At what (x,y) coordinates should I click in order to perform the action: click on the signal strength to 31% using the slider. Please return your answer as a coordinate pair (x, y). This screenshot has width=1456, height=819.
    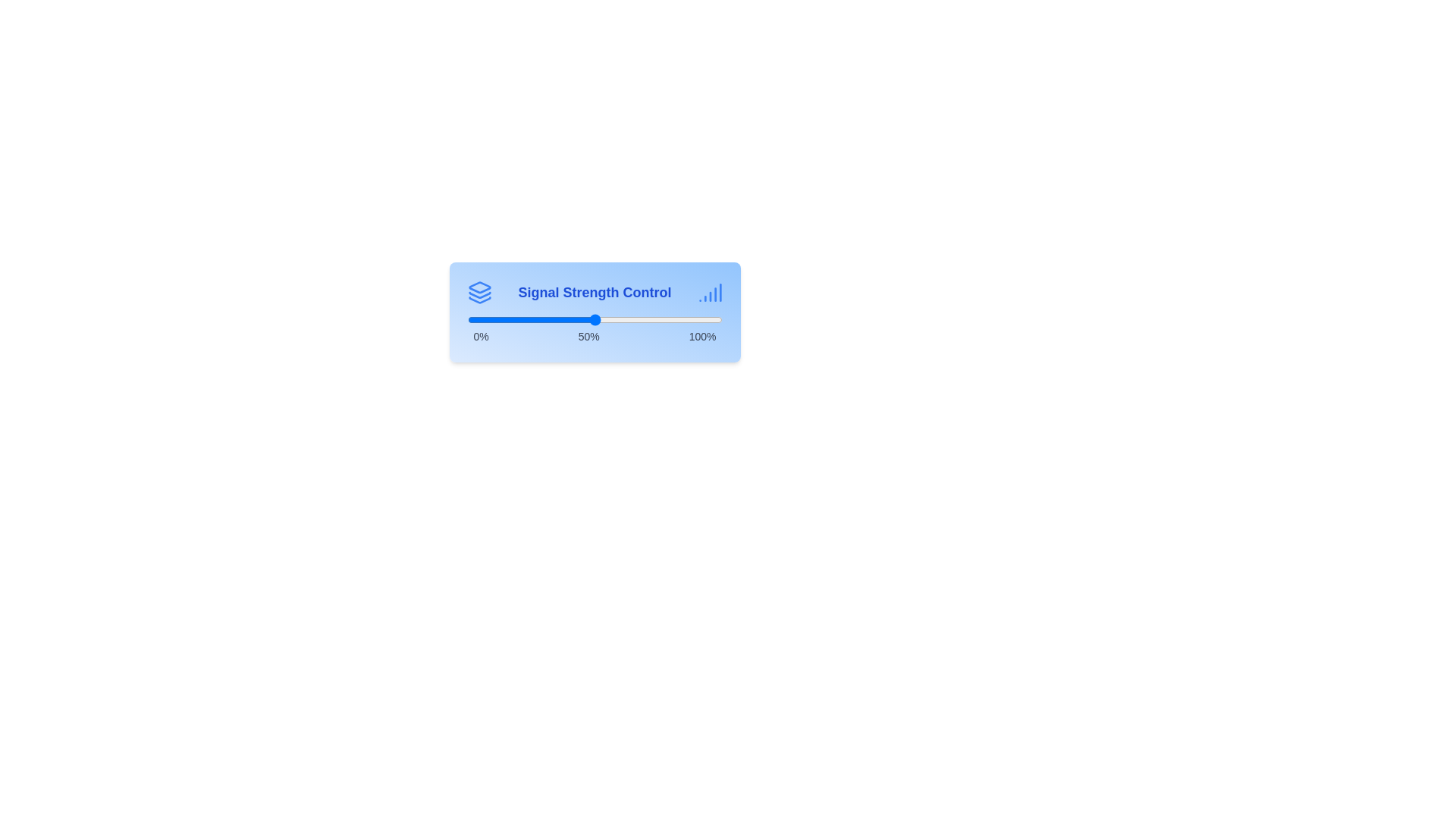
    Looking at the image, I should click on (546, 318).